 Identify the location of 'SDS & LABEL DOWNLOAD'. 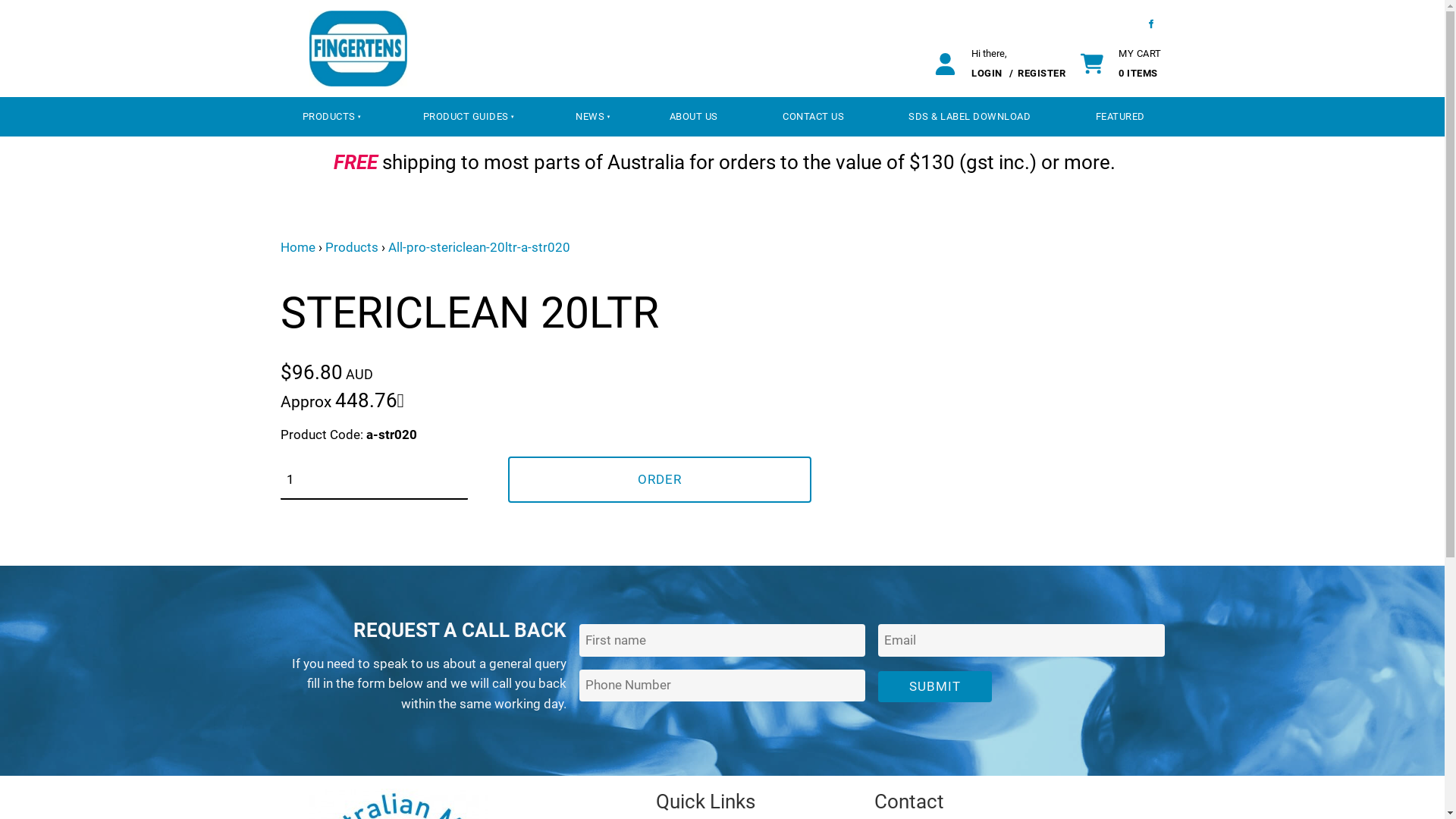
(968, 116).